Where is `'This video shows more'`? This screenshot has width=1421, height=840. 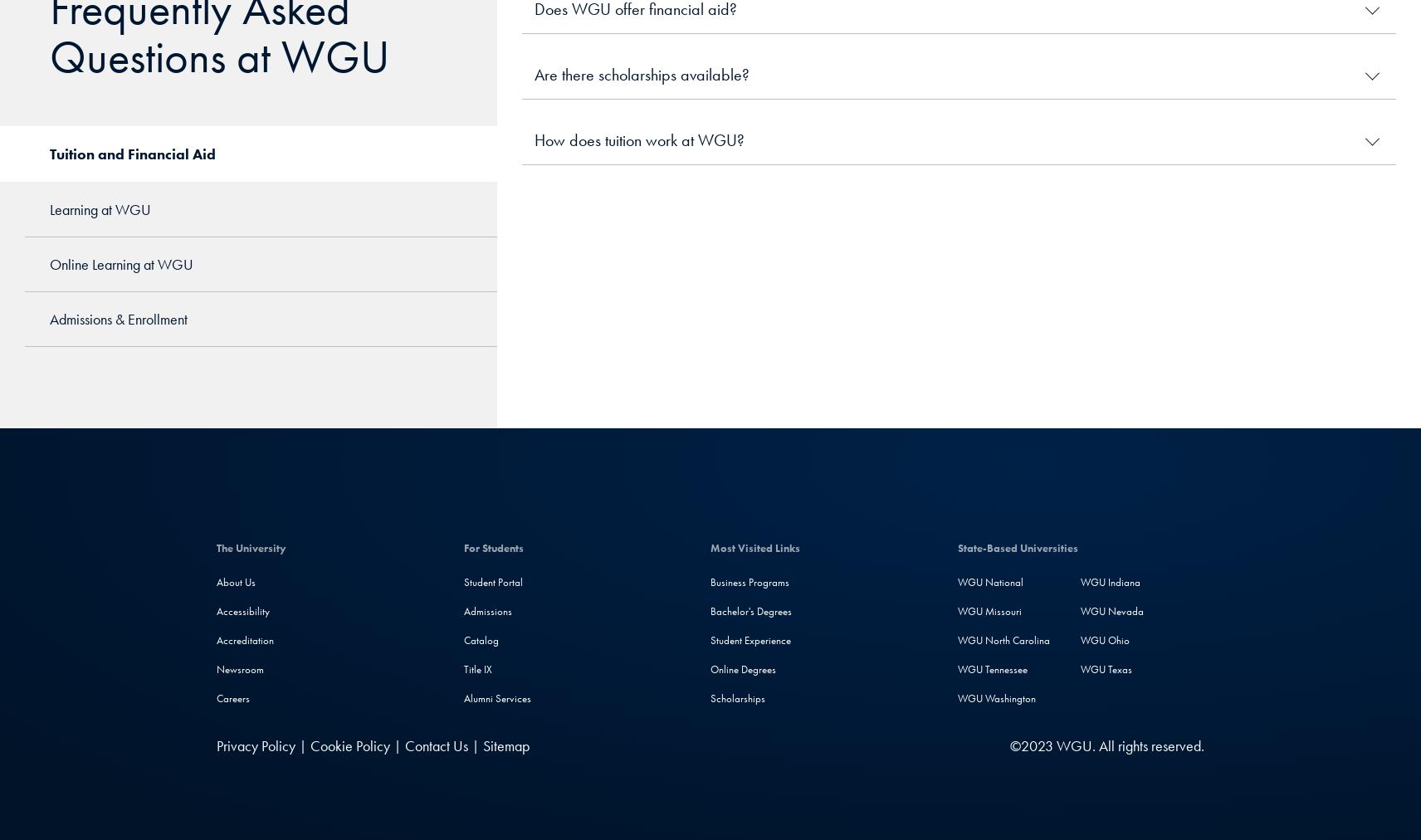
'This video shows more' is located at coordinates (962, 134).